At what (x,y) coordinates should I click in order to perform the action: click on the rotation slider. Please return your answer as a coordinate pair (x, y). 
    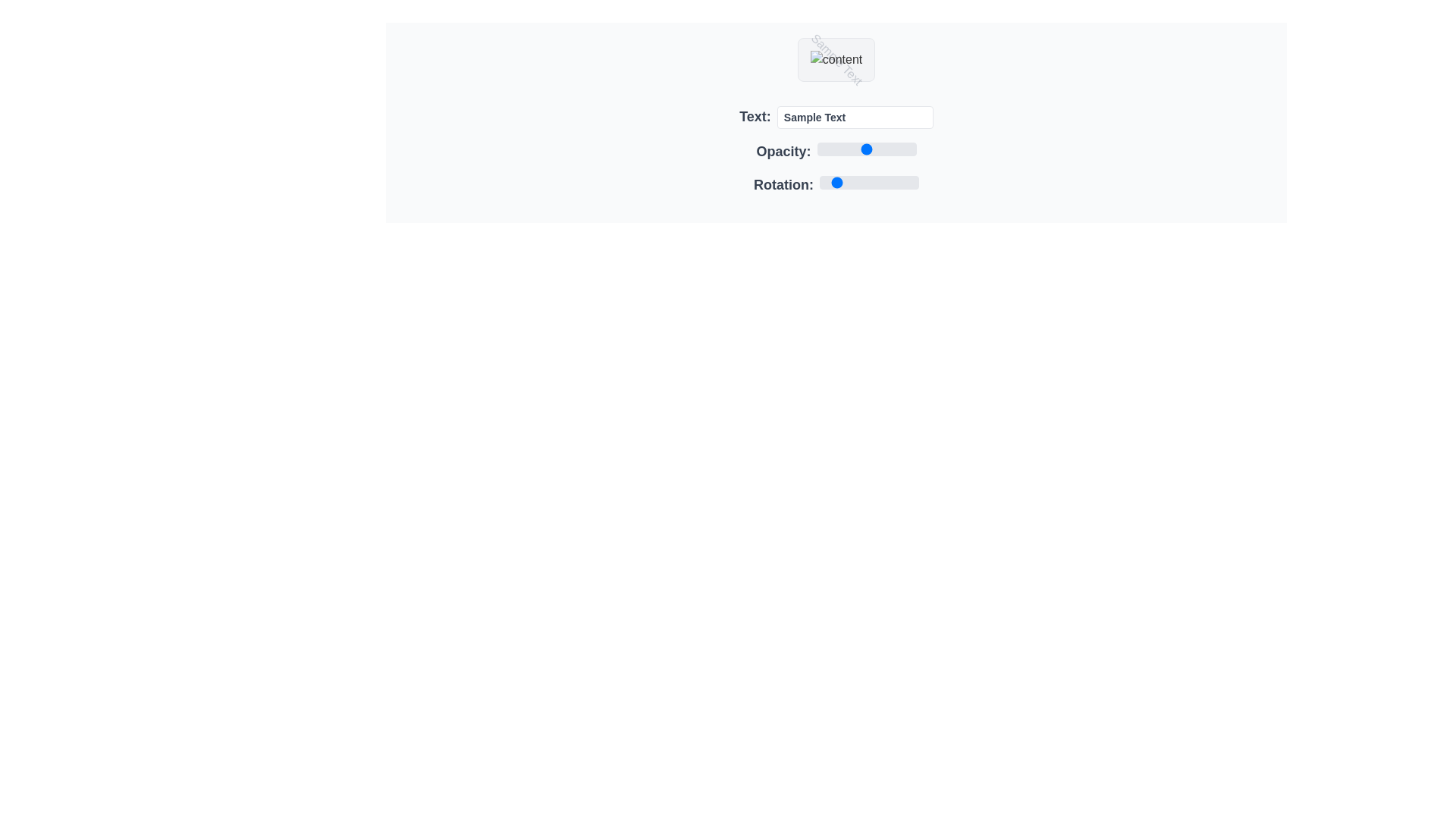
    Looking at the image, I should click on (911, 181).